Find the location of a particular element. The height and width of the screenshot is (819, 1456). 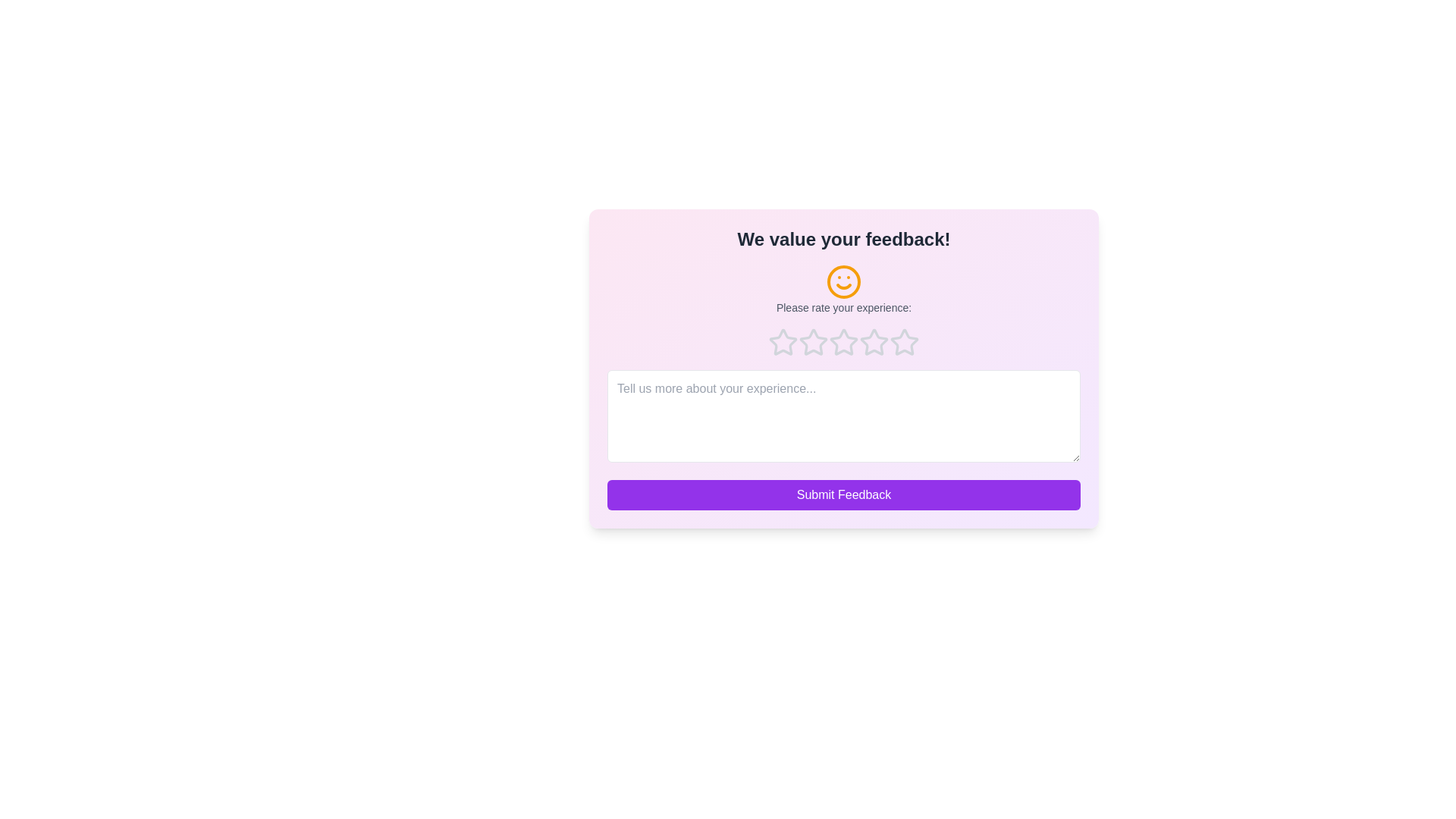

the Header text that reads 'We value your feedback!', which is styled in bold and large font, centrally aligned, and positioned at the top of a card-like structure with a gradient background is located at coordinates (843, 239).